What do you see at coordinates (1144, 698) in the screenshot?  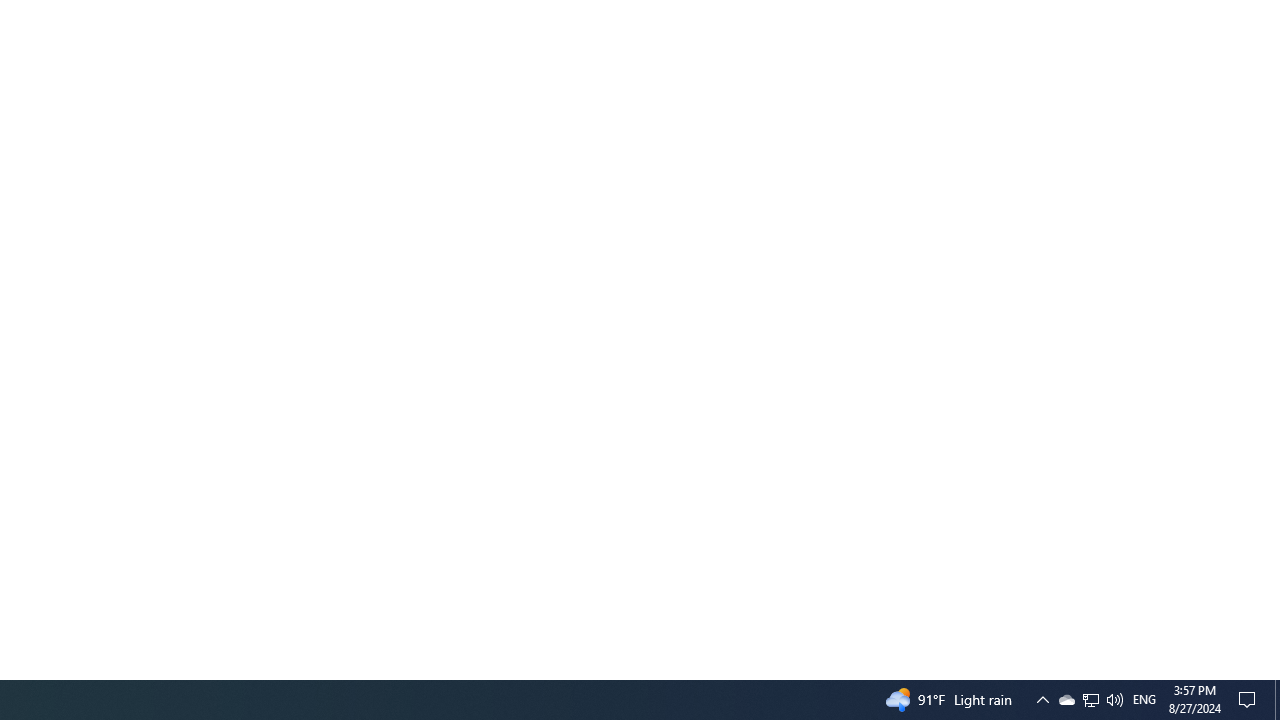 I see `'Tray Input Indicator - English (United States)'` at bounding box center [1144, 698].